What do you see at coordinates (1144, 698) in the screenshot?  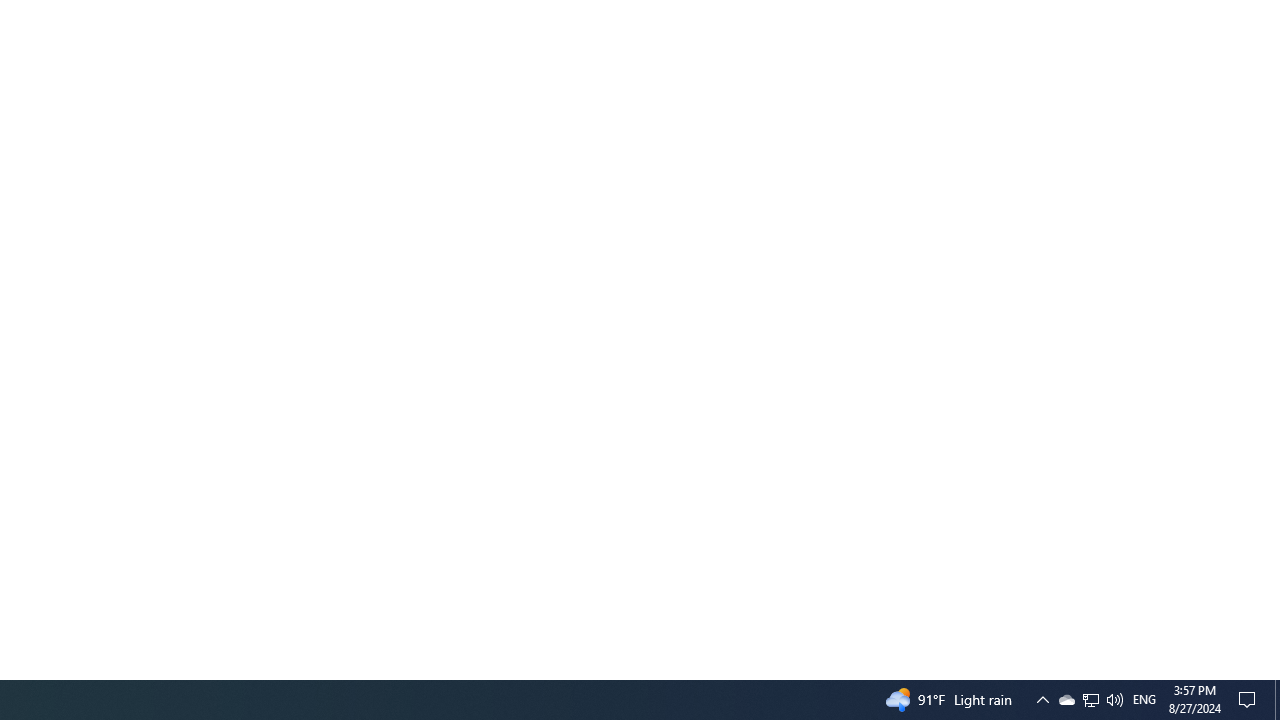 I see `'Tray Input Indicator - English (United States)'` at bounding box center [1144, 698].